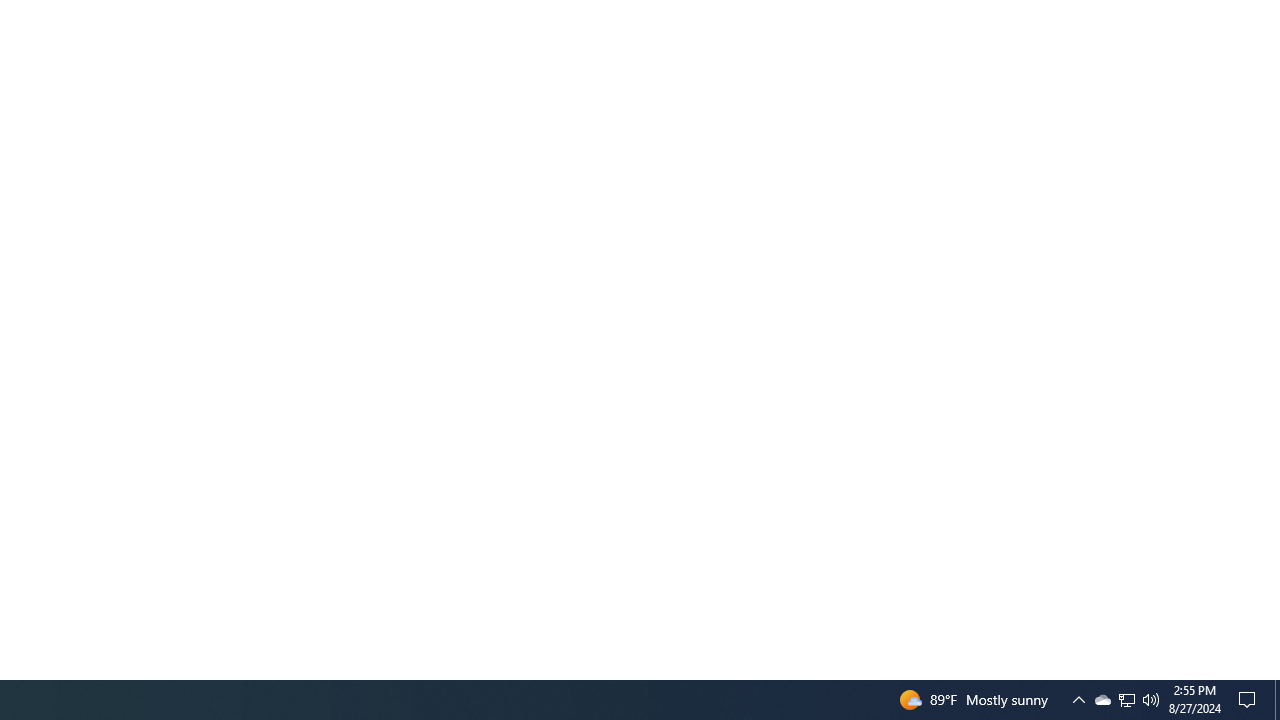  Describe the element at coordinates (1276, 698) in the screenshot. I see `'Show desktop'` at that location.